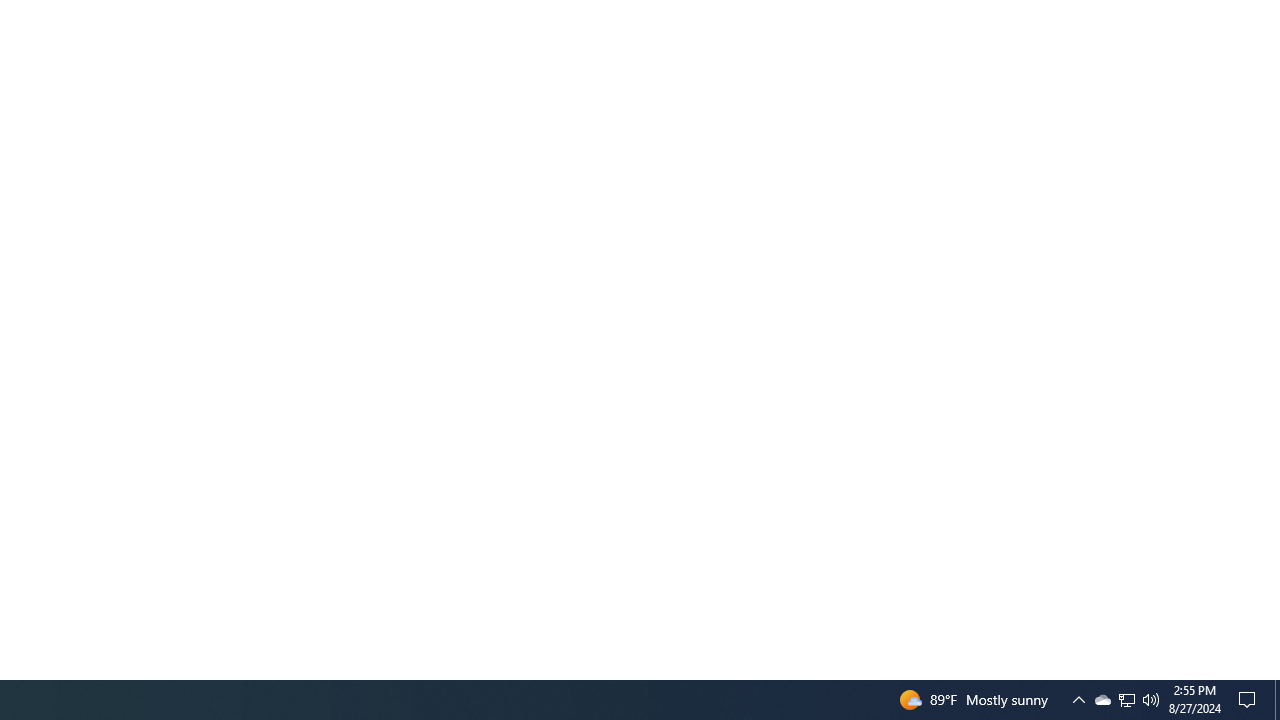  Describe the element at coordinates (1276, 698) in the screenshot. I see `'Show desktop'` at that location.